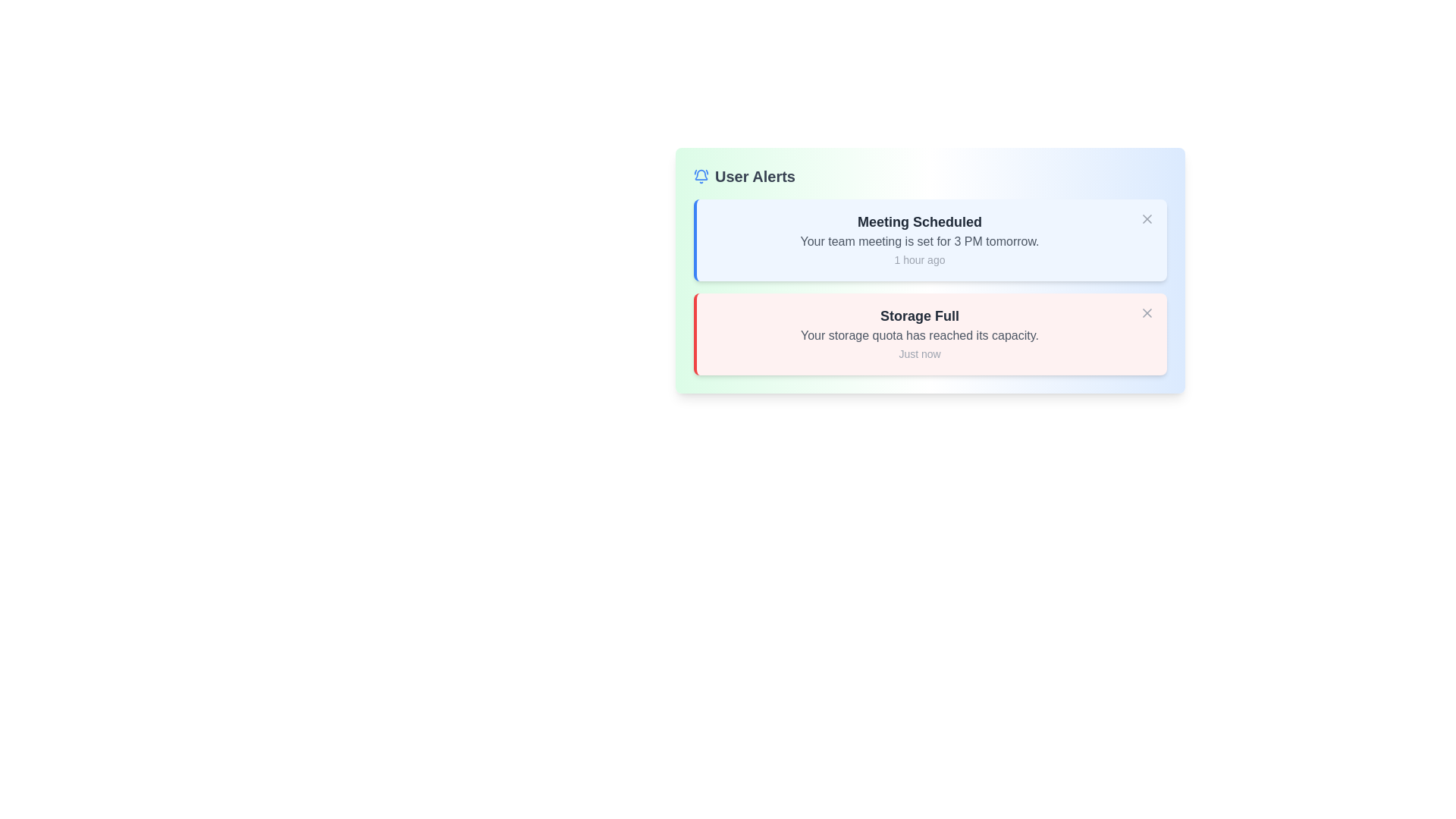 The height and width of the screenshot is (819, 1456). I want to click on the 'User Alerts' bell icon to interact with it, so click(701, 175).